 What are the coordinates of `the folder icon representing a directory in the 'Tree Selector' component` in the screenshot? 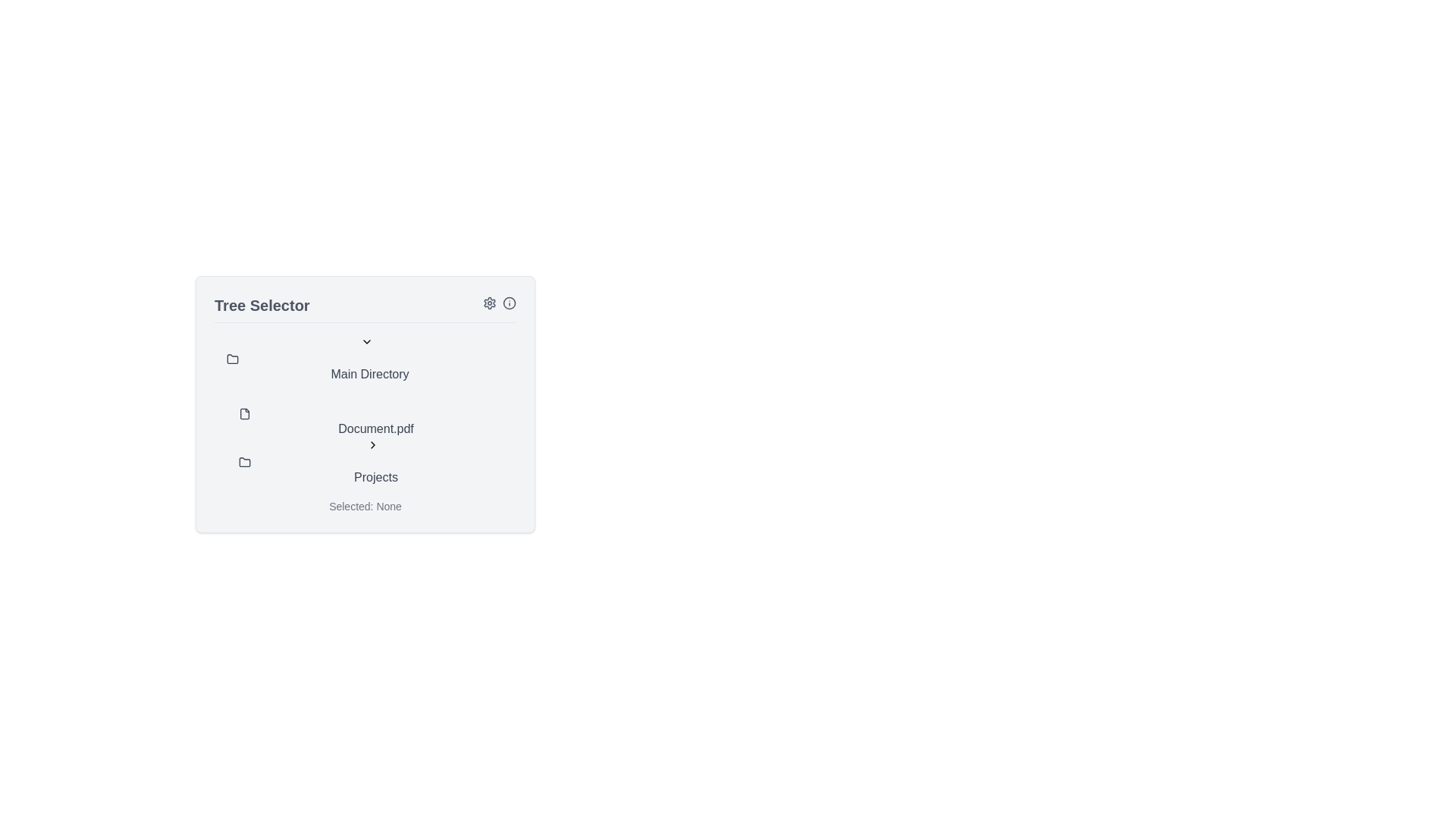 It's located at (244, 461).